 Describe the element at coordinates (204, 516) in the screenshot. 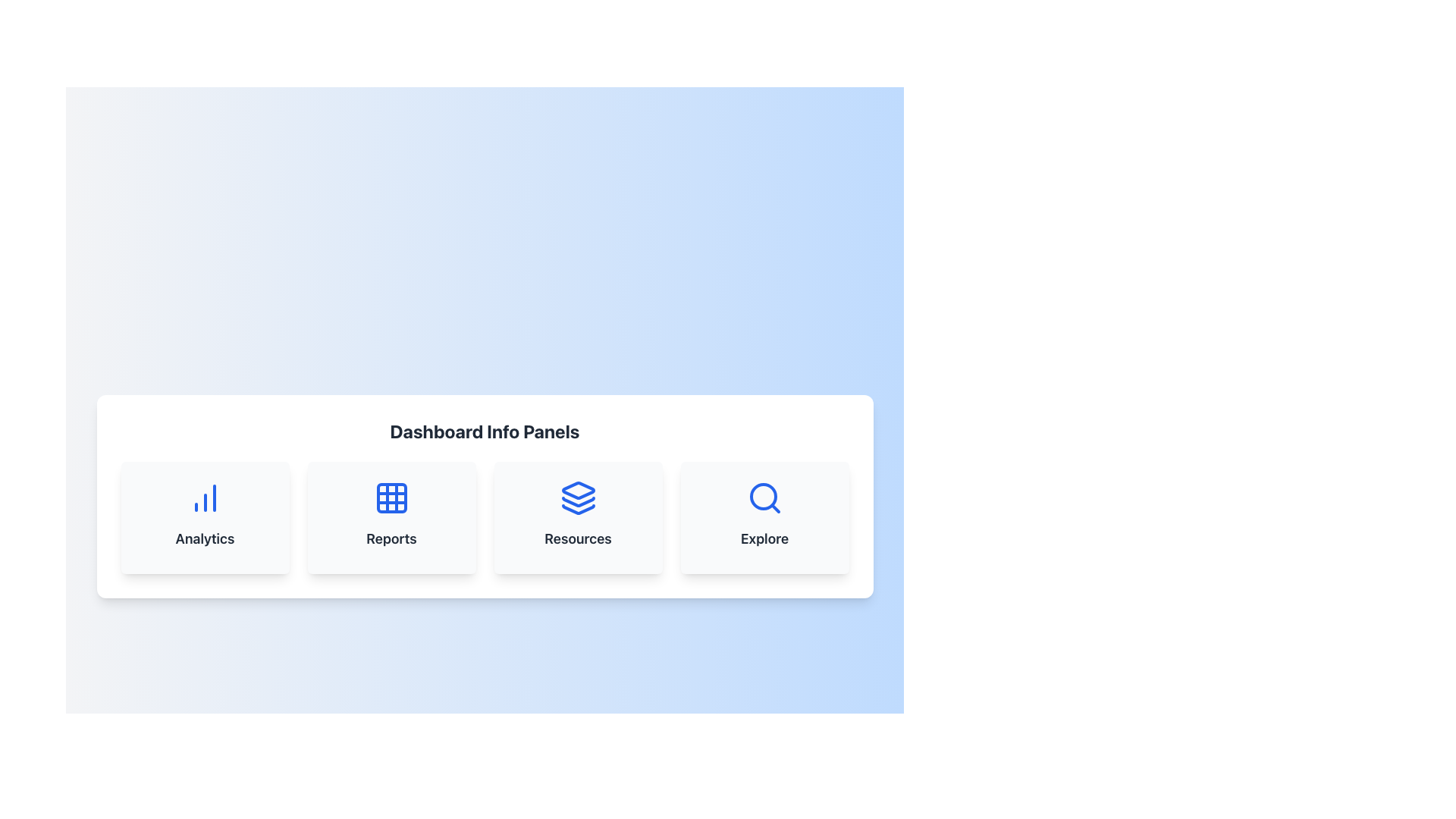

I see `the Interactive card located in the upper left corner of the grid` at that location.